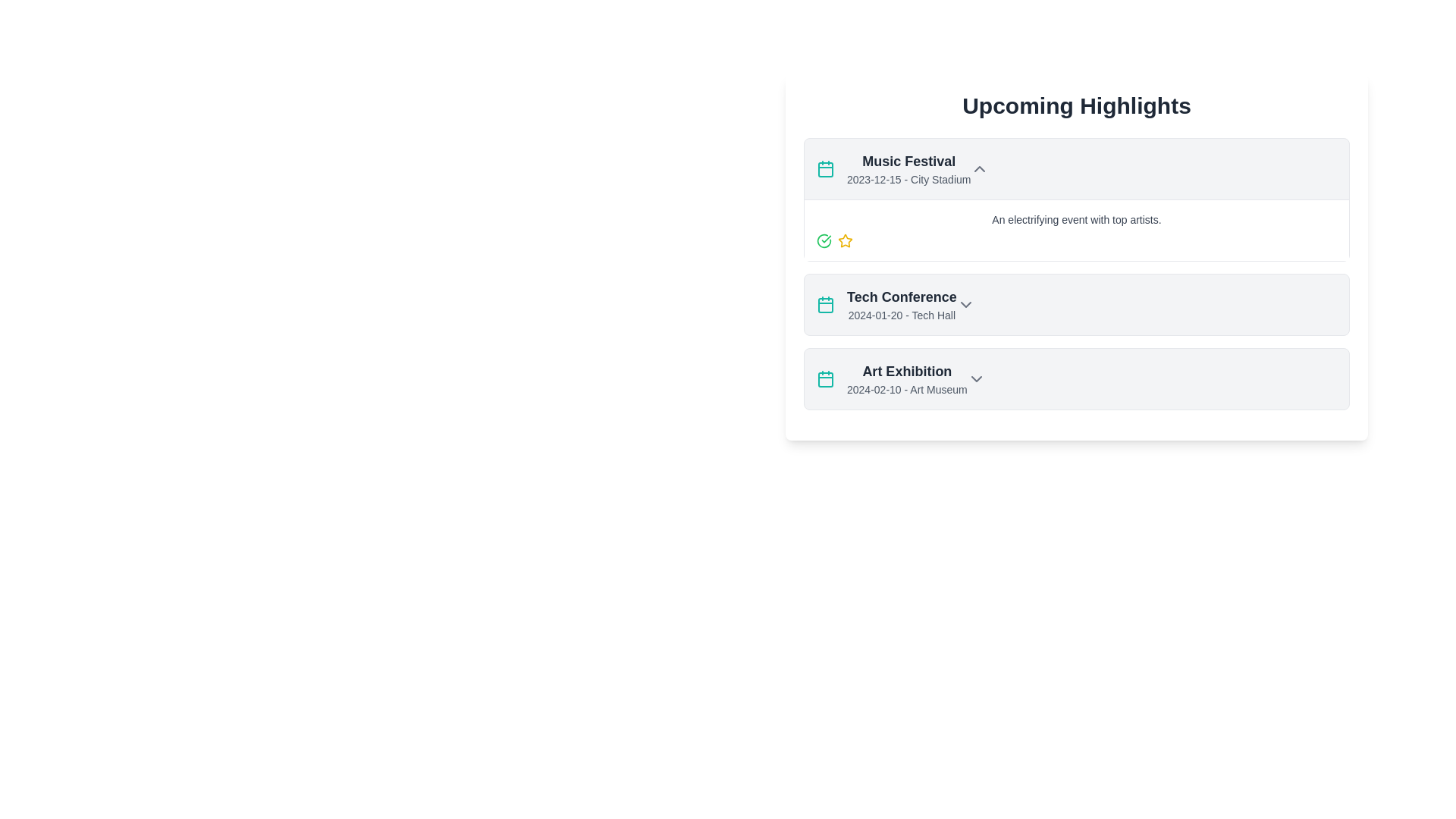 Image resolution: width=1456 pixels, height=819 pixels. I want to click on the teal calendar icon located to the left of the 'Tech Conference' text in the second event item of the 'Upcoming Highlights' list, so click(825, 304).